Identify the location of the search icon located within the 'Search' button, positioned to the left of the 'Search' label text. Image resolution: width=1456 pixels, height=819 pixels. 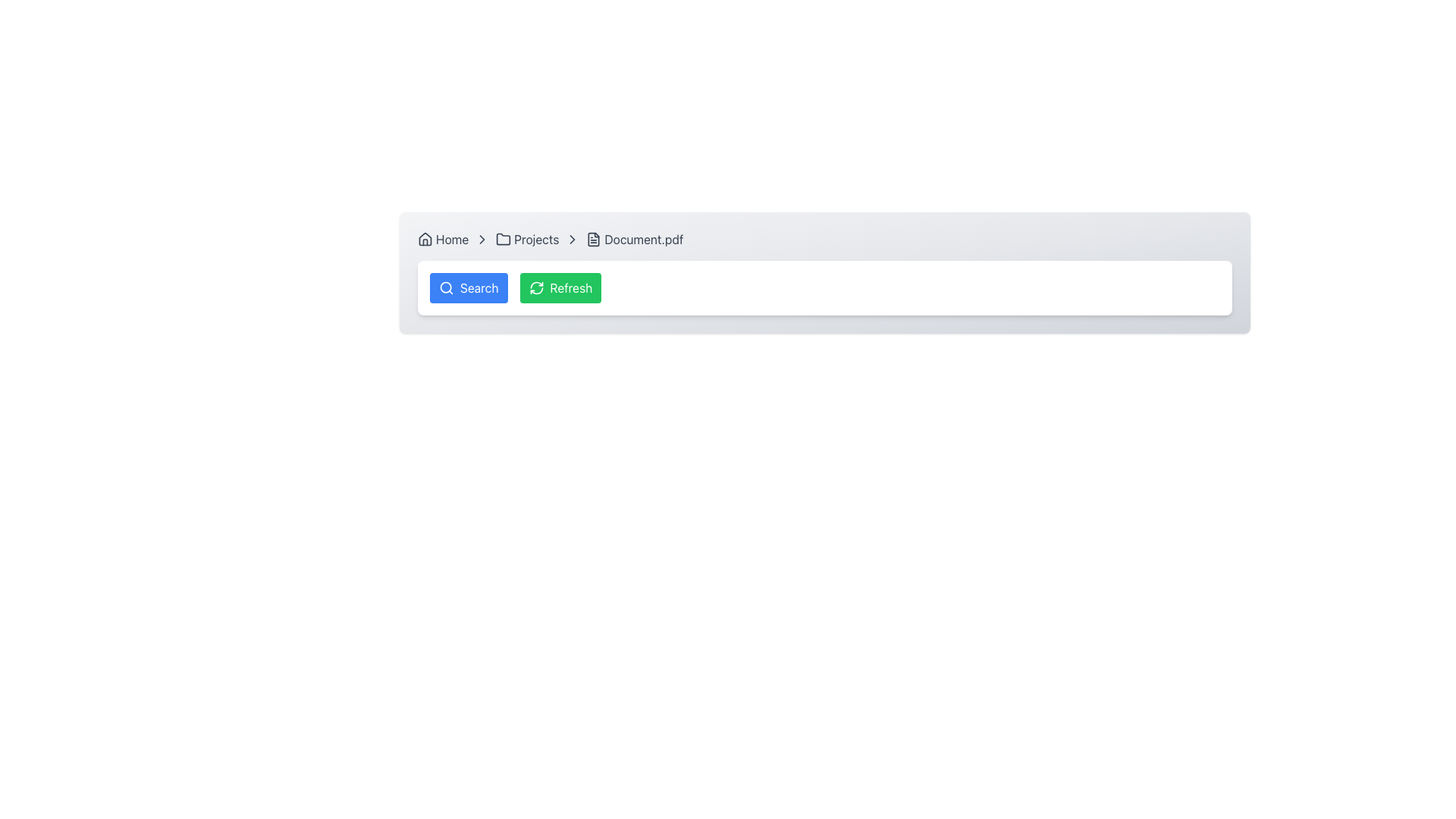
(446, 288).